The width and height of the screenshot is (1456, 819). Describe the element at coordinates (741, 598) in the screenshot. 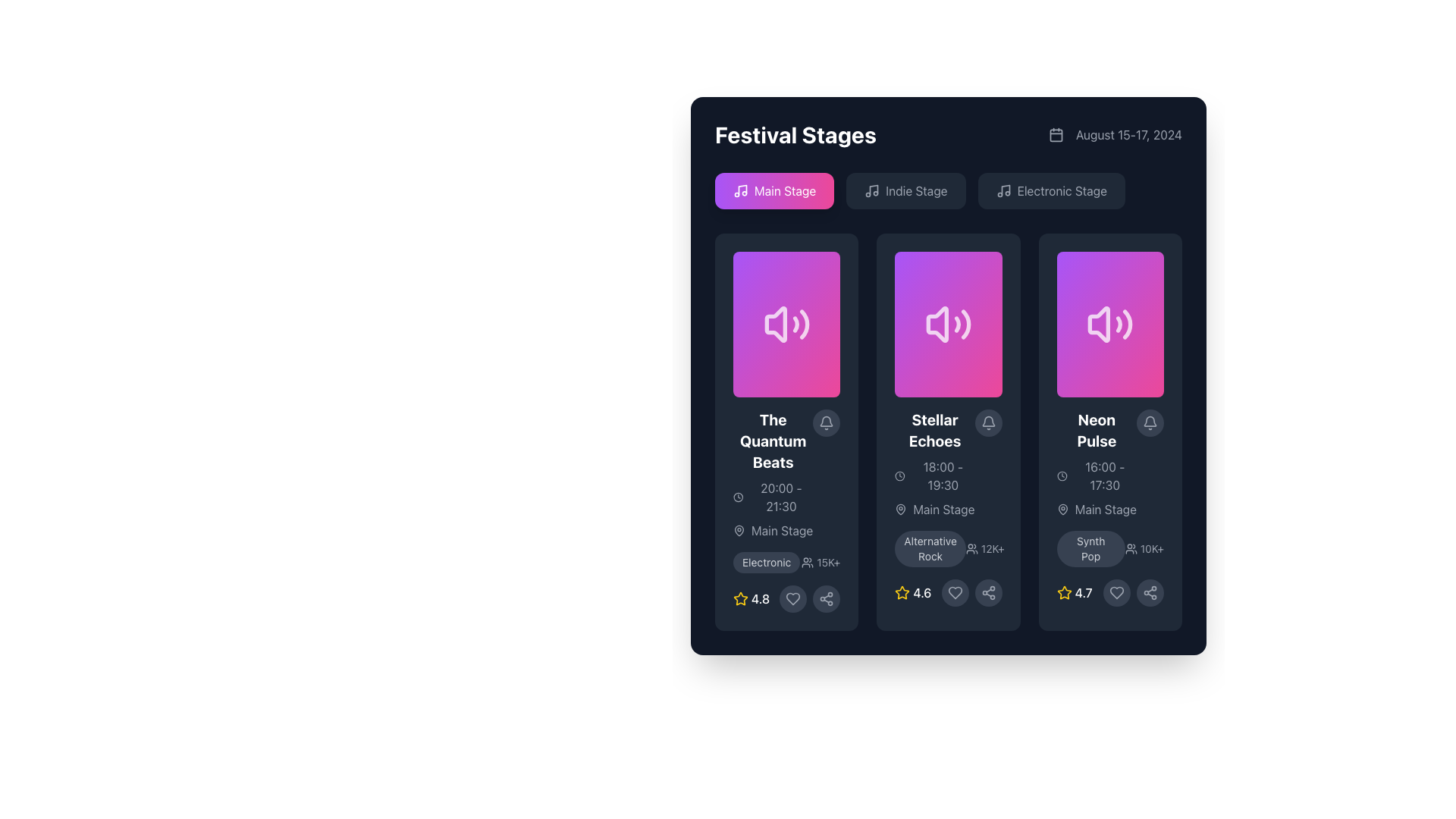

I see `the star icon with a yellow outline next to the text '4.8' in the first card from the left` at that location.